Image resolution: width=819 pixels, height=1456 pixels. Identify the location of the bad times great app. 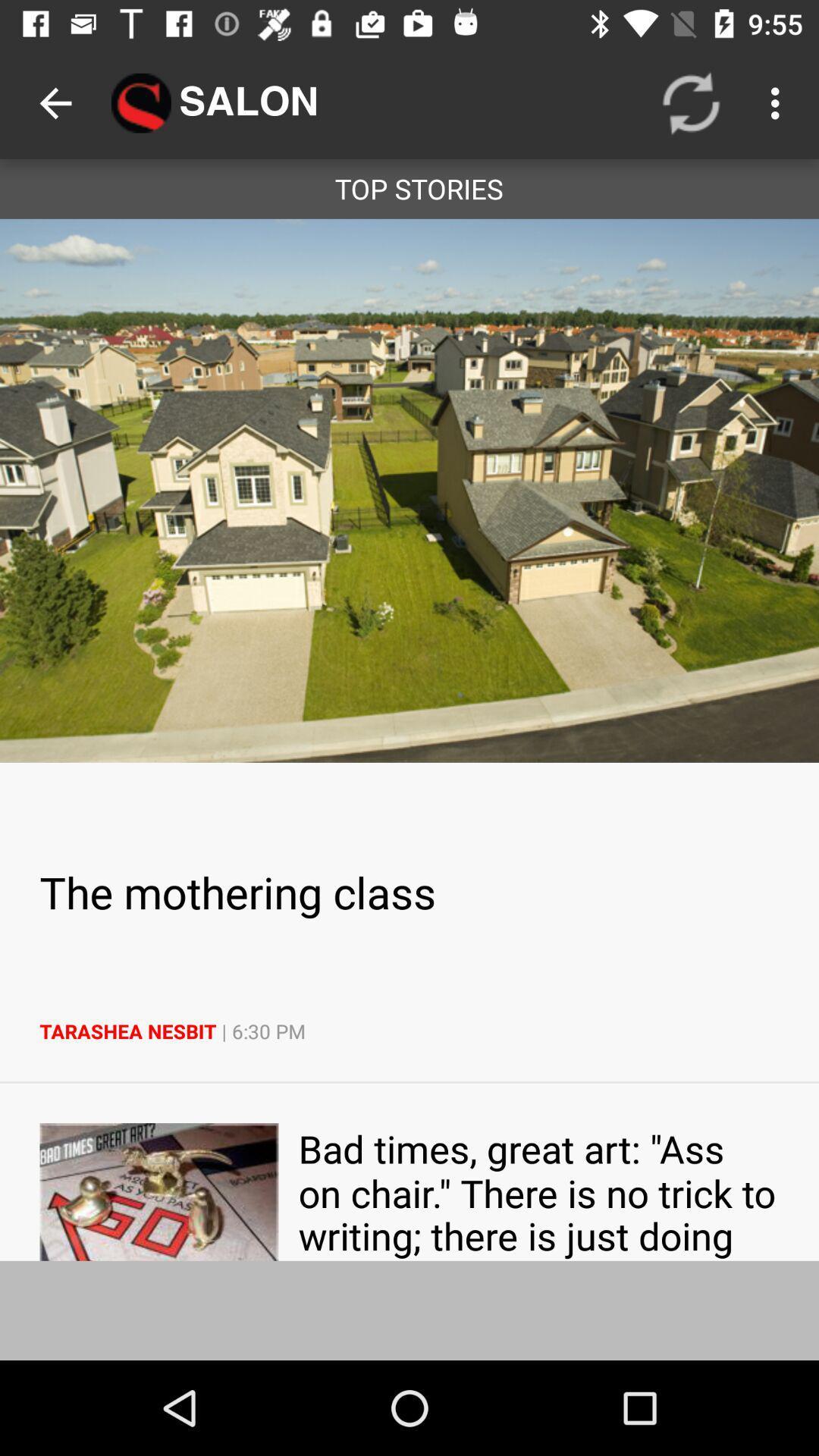
(538, 1191).